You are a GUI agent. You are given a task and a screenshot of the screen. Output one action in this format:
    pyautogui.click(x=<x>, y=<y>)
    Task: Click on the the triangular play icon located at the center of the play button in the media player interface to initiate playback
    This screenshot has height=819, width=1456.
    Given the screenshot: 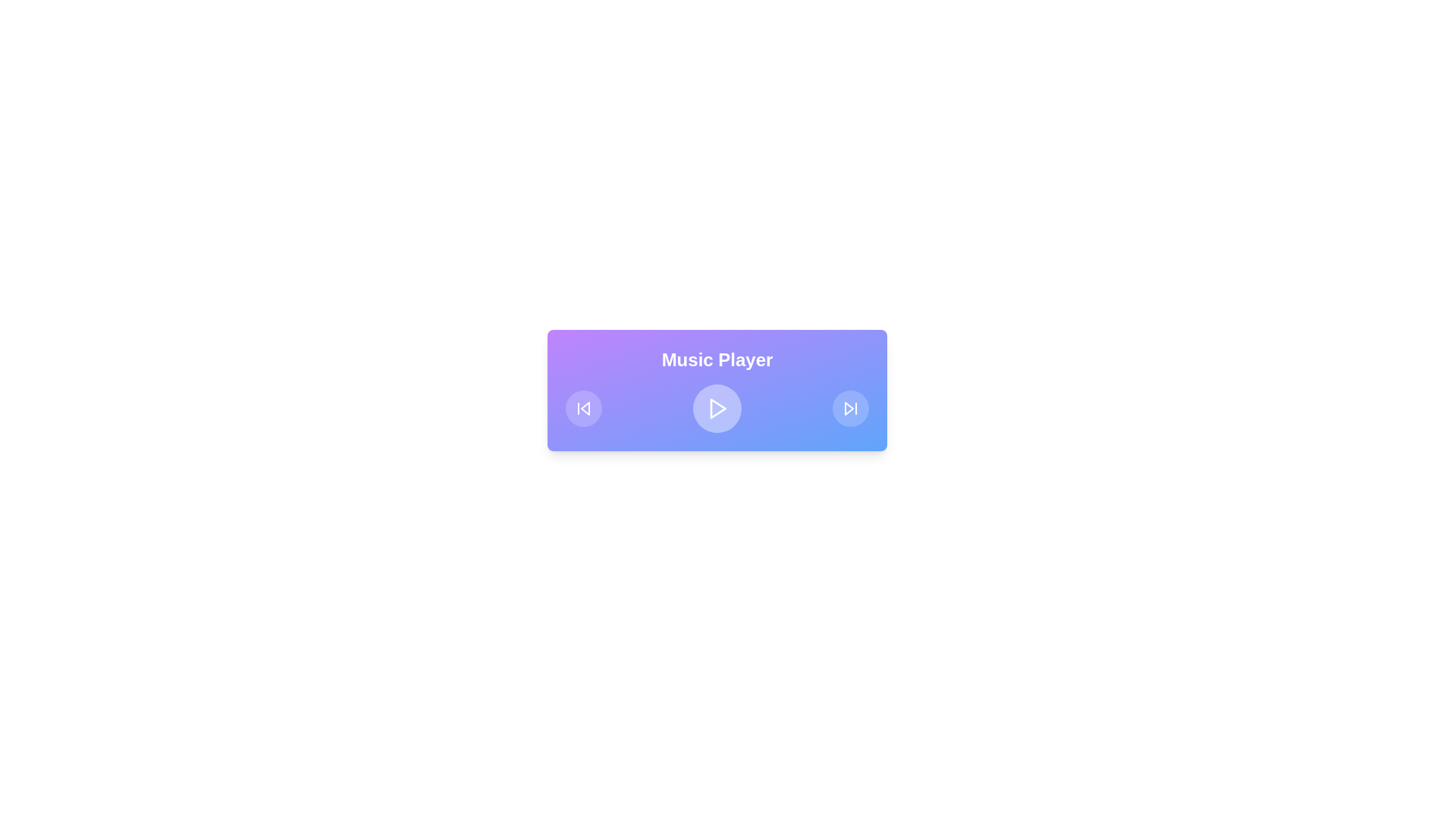 What is the action you would take?
    pyautogui.click(x=717, y=408)
    